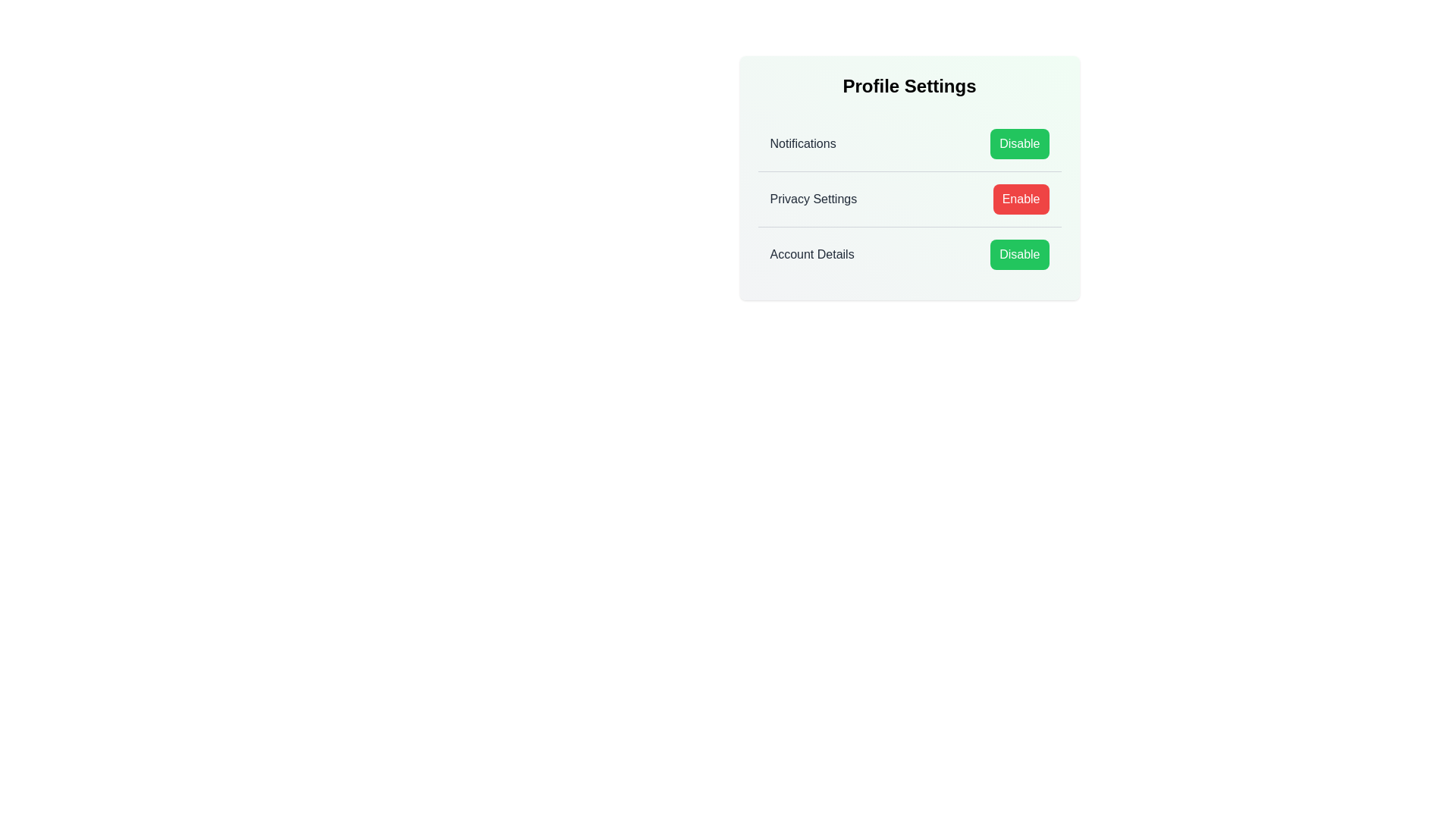  What do you see at coordinates (1020, 198) in the screenshot?
I see `'Enable' button for 'Privacy Settings' to toggle its state` at bounding box center [1020, 198].